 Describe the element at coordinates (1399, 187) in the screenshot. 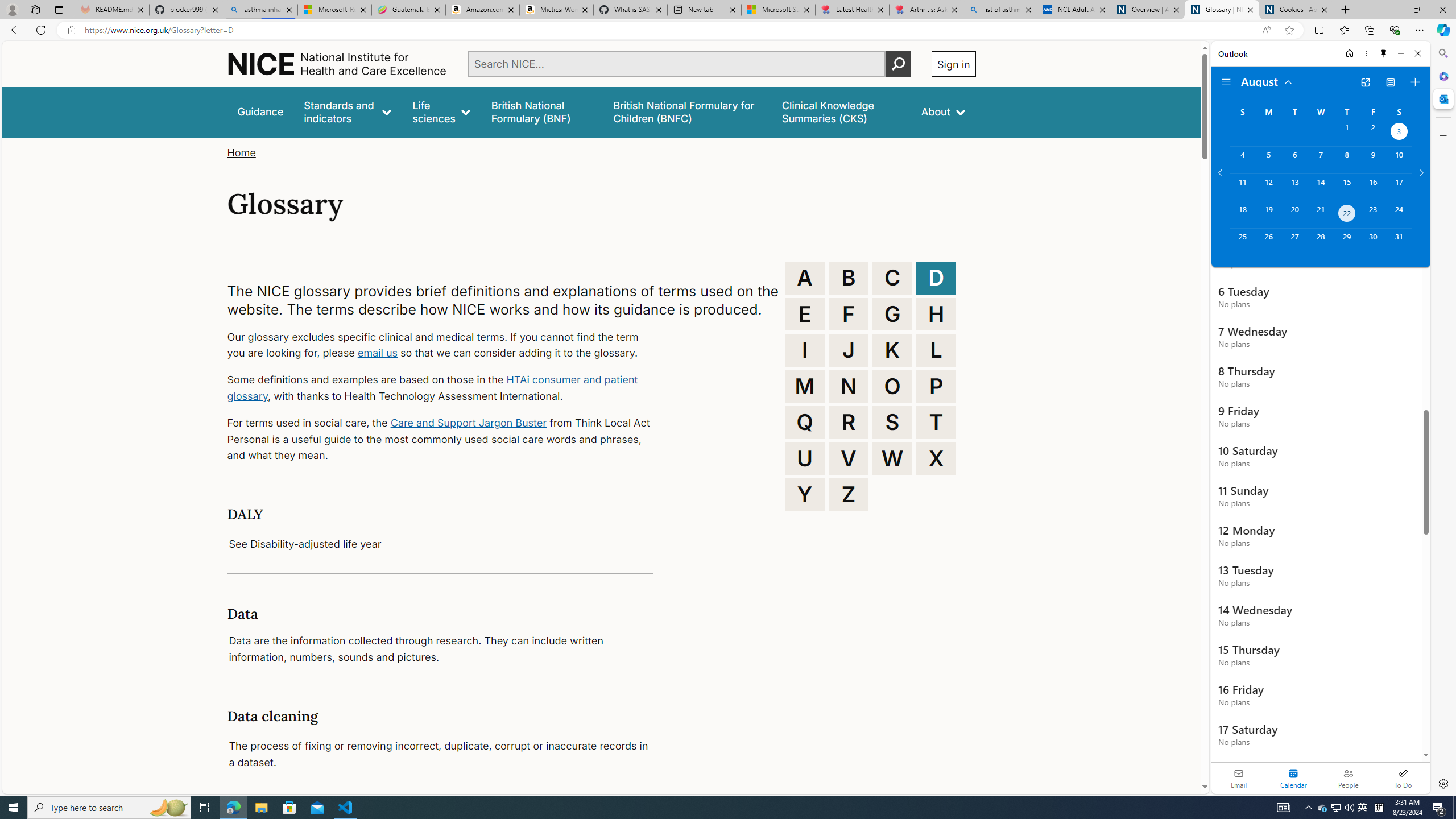

I see `'Saturday, August 17, 2024. '` at that location.